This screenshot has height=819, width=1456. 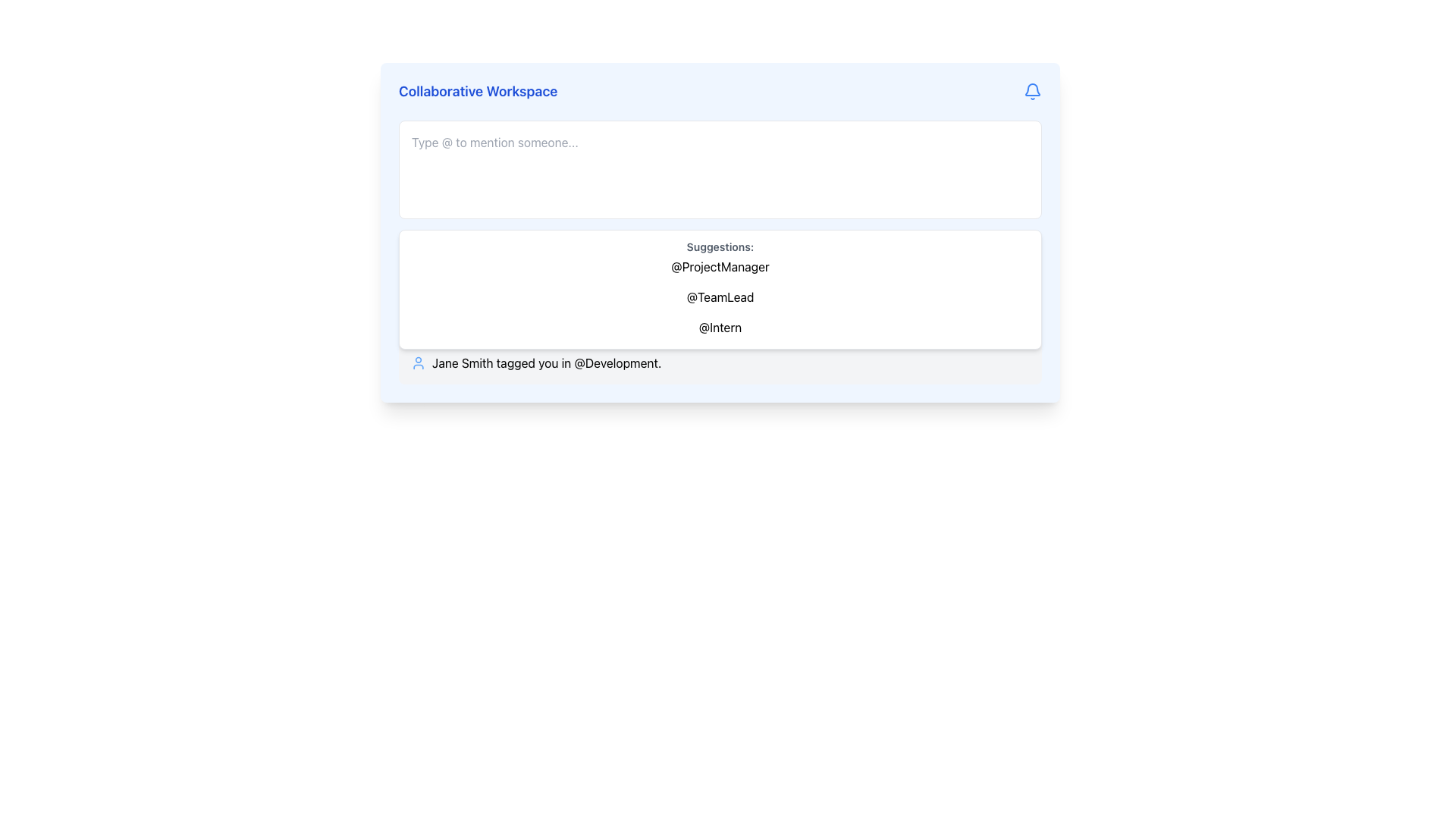 What do you see at coordinates (720, 362) in the screenshot?
I see `the second notification message that reads 'Jane Smith tagged you in @Development', which is located beneath the message about 'John Doe mentioned you in @Marketing'` at bounding box center [720, 362].